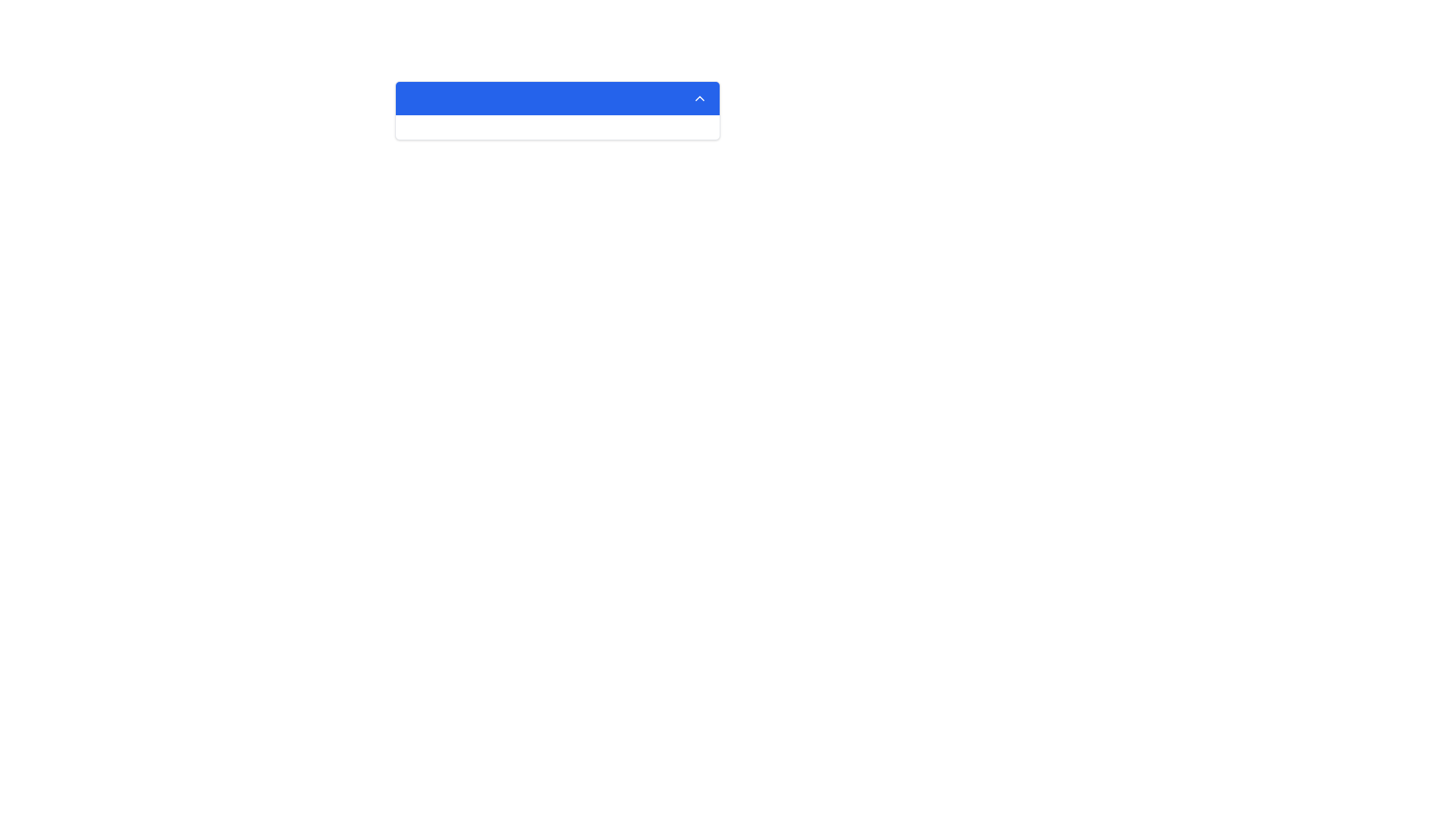 This screenshot has width=1456, height=819. What do you see at coordinates (698, 99) in the screenshot?
I see `the upward-facing chevron icon located on the far right of the blue header bar` at bounding box center [698, 99].